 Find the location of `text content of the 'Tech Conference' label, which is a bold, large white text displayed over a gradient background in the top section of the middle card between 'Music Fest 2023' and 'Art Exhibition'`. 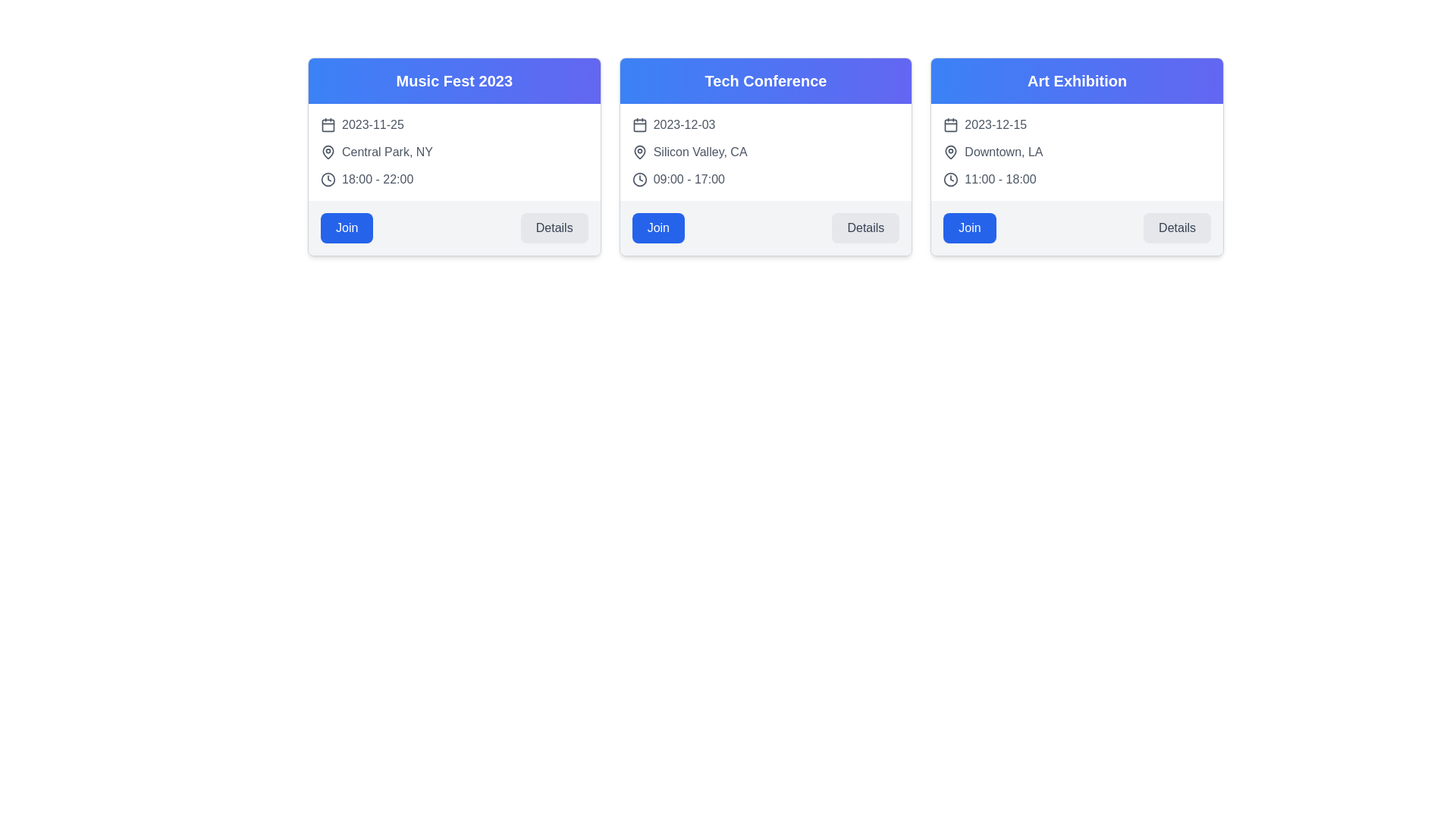

text content of the 'Tech Conference' label, which is a bold, large white text displayed over a gradient background in the top section of the middle card between 'Music Fest 2023' and 'Art Exhibition' is located at coordinates (765, 81).